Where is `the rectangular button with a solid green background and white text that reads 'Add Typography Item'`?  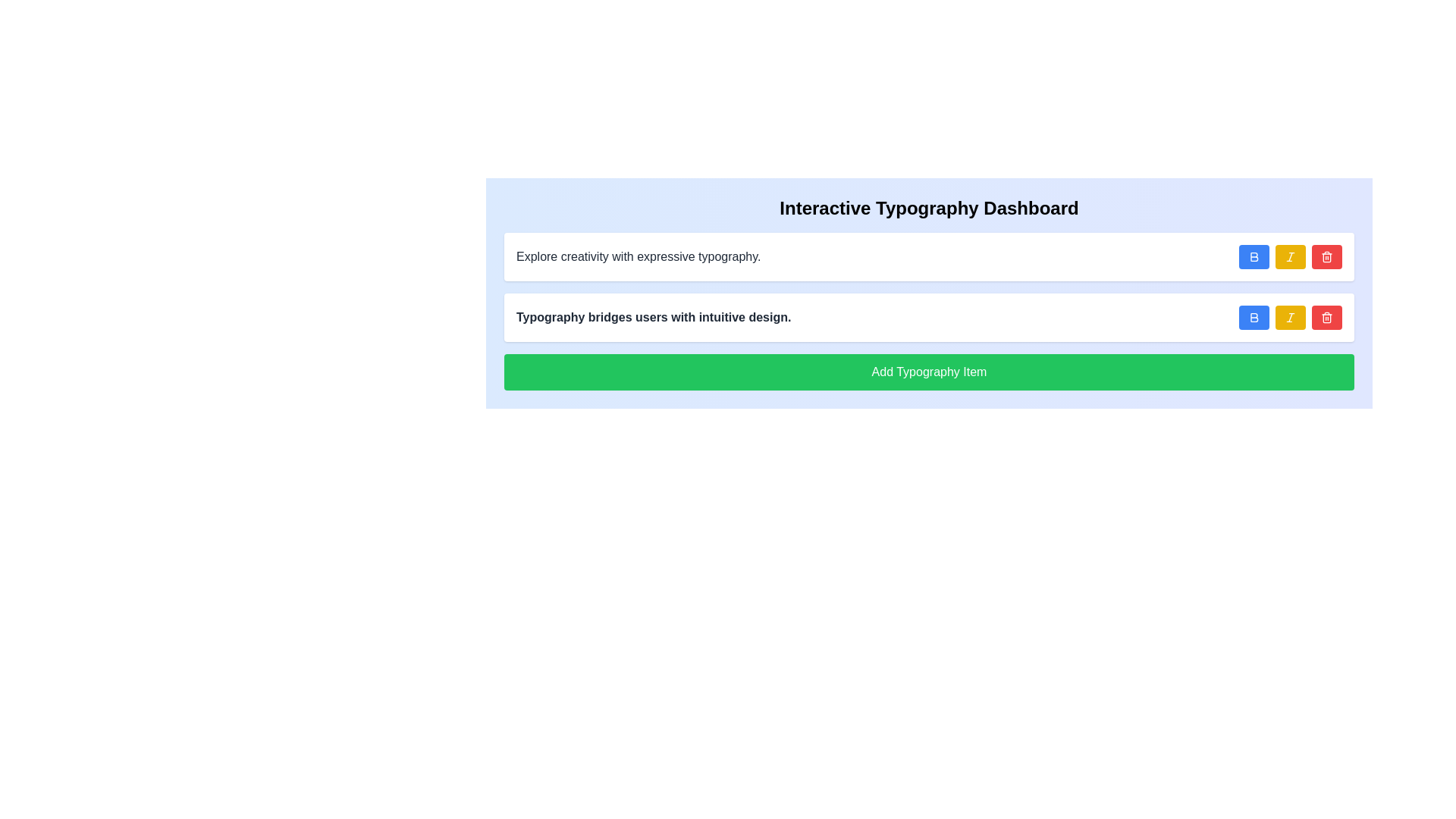 the rectangular button with a solid green background and white text that reads 'Add Typography Item' is located at coordinates (928, 372).